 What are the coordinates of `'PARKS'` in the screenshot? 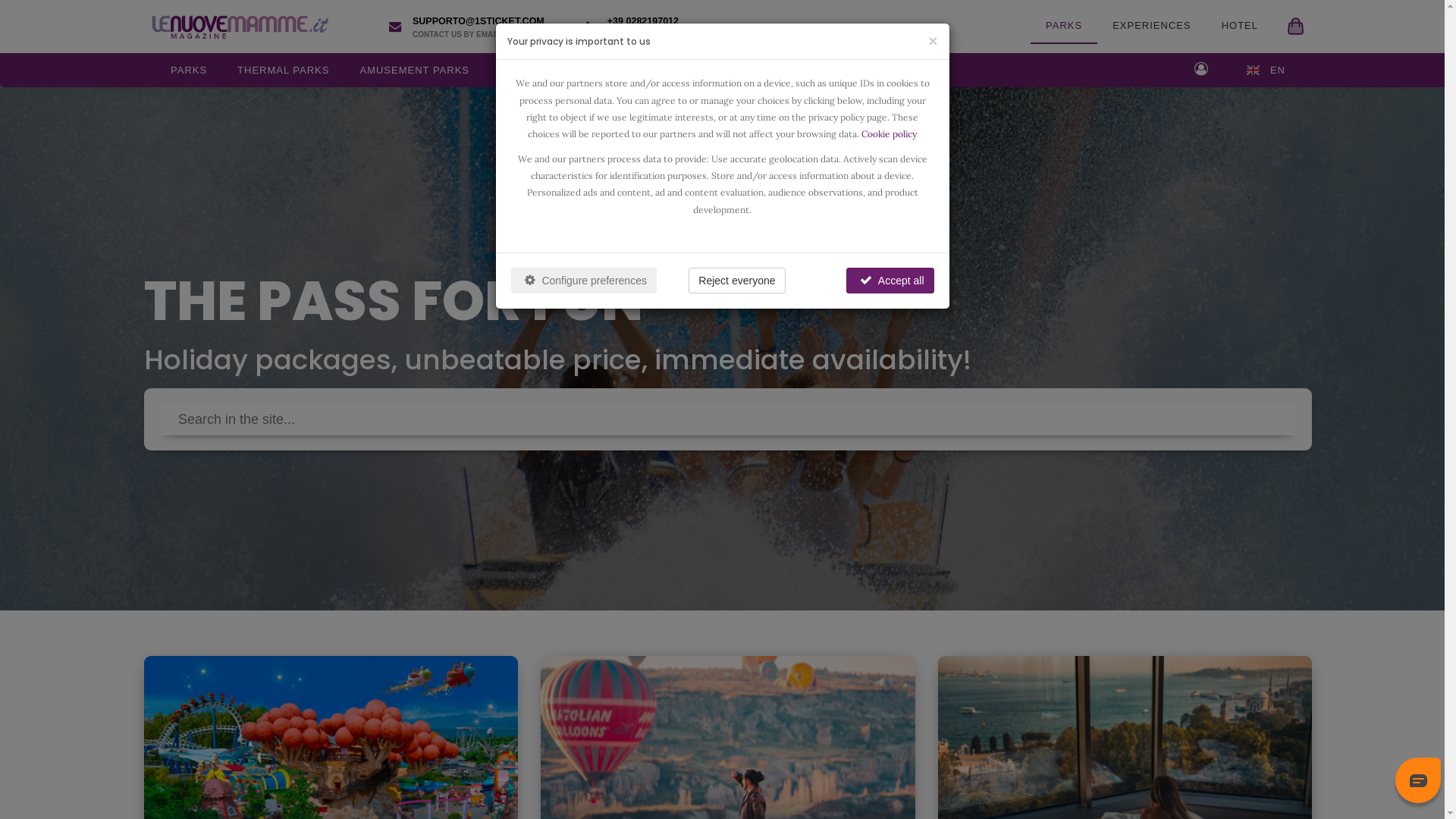 It's located at (1062, 26).